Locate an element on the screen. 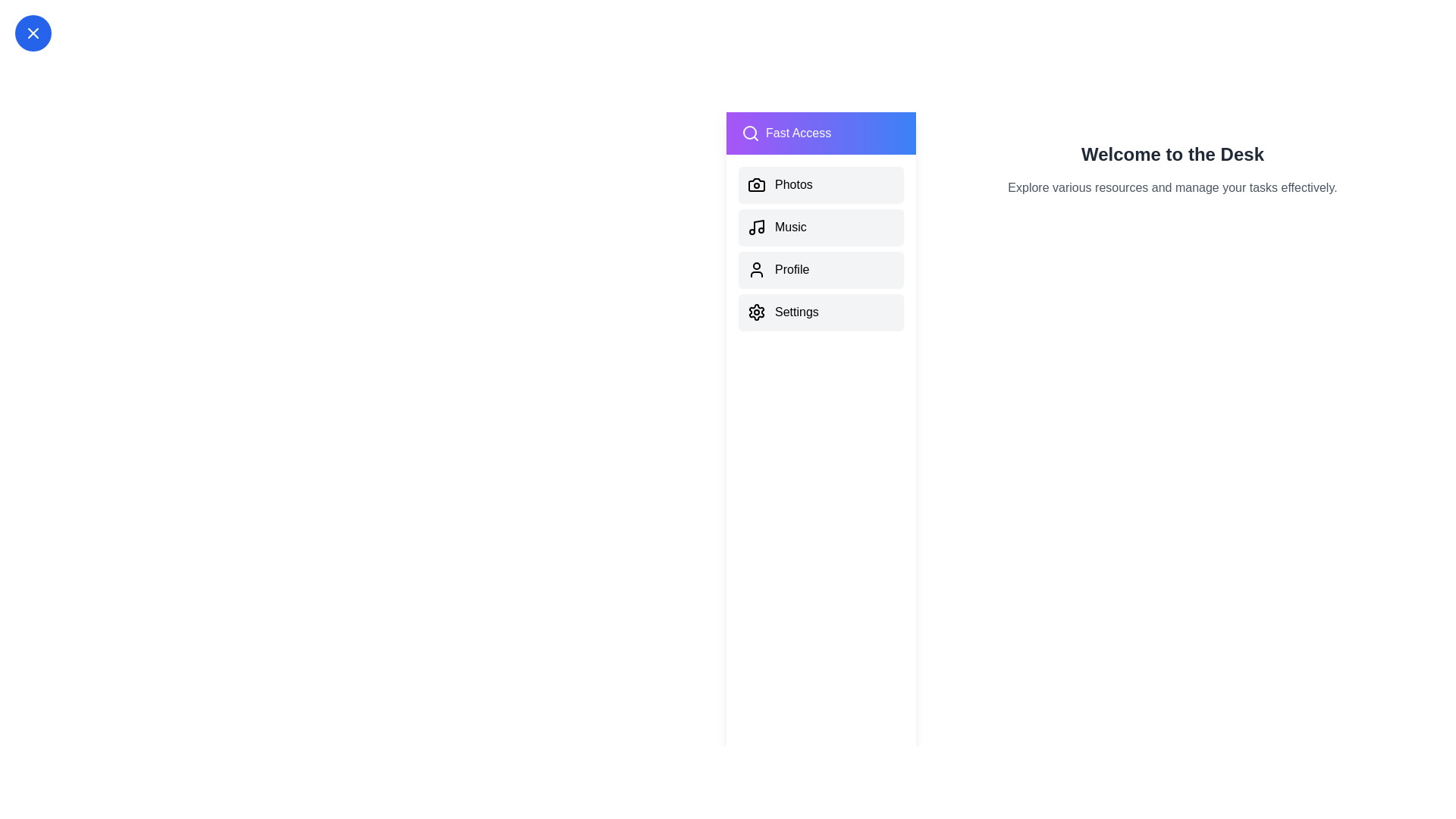  the drawer item labeled Profile is located at coordinates (821, 268).